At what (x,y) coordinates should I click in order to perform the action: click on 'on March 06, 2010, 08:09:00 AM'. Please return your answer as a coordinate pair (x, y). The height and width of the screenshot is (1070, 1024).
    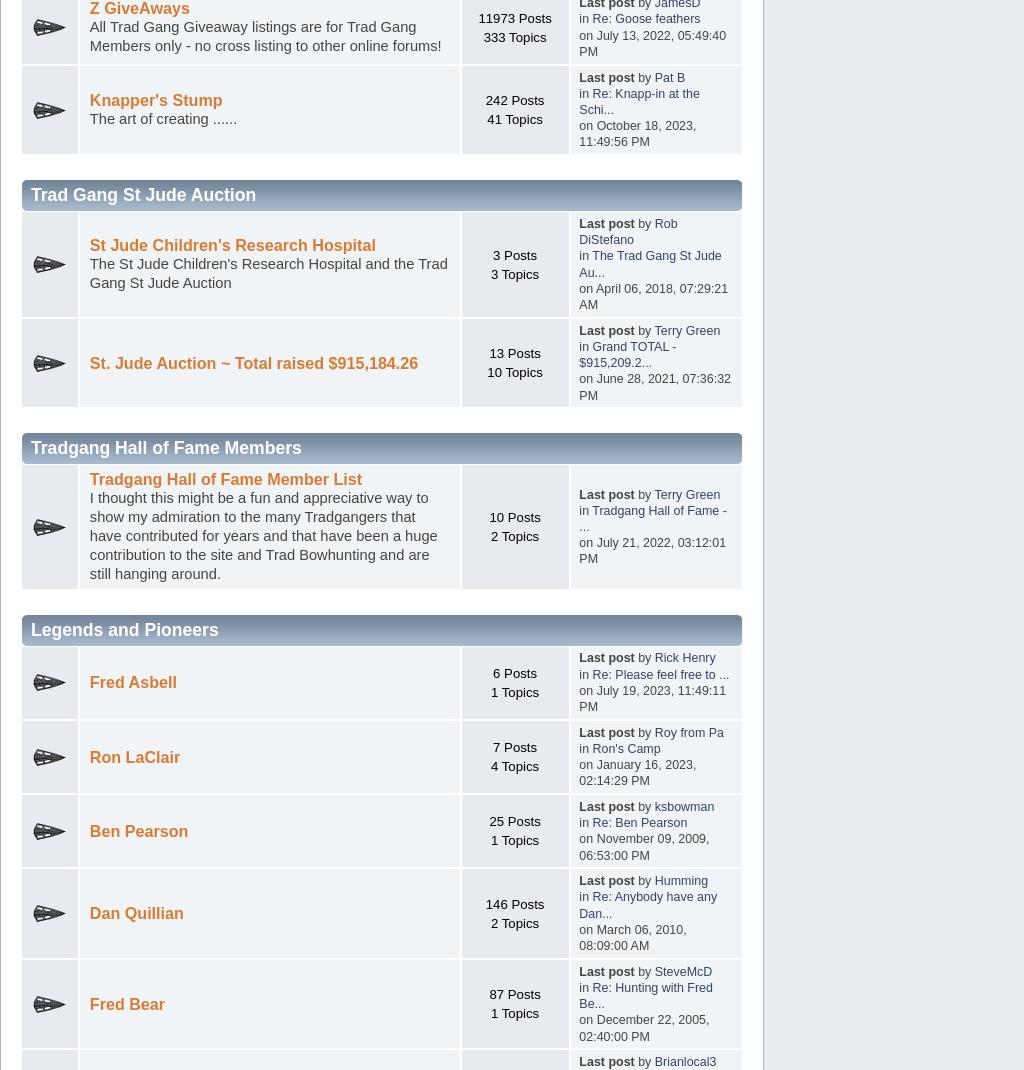
    Looking at the image, I should click on (632, 936).